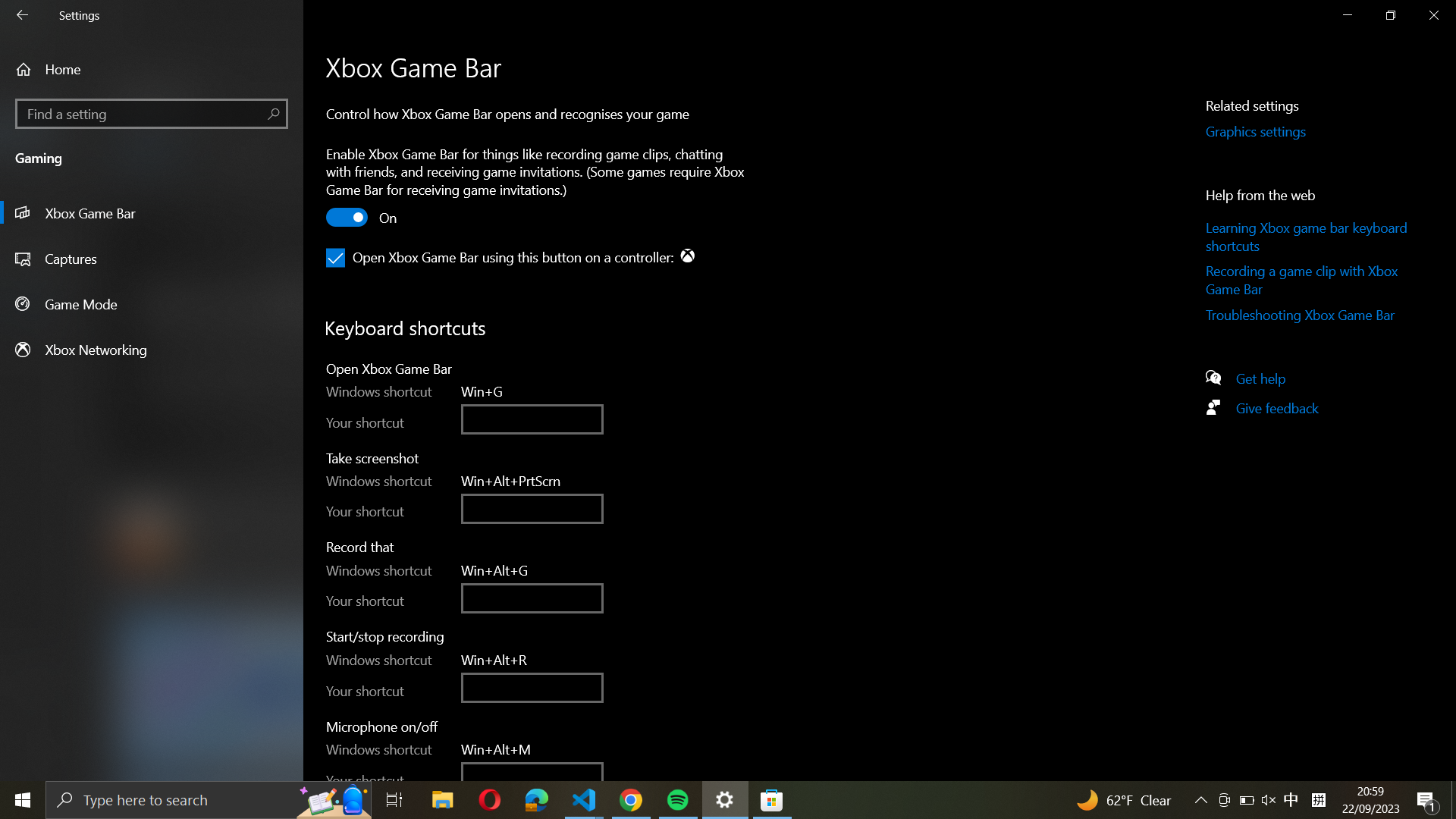 The height and width of the screenshot is (819, 1456). What do you see at coordinates (1273, 131) in the screenshot?
I see `the "Graphics settings" button to open "Related Settings"` at bounding box center [1273, 131].